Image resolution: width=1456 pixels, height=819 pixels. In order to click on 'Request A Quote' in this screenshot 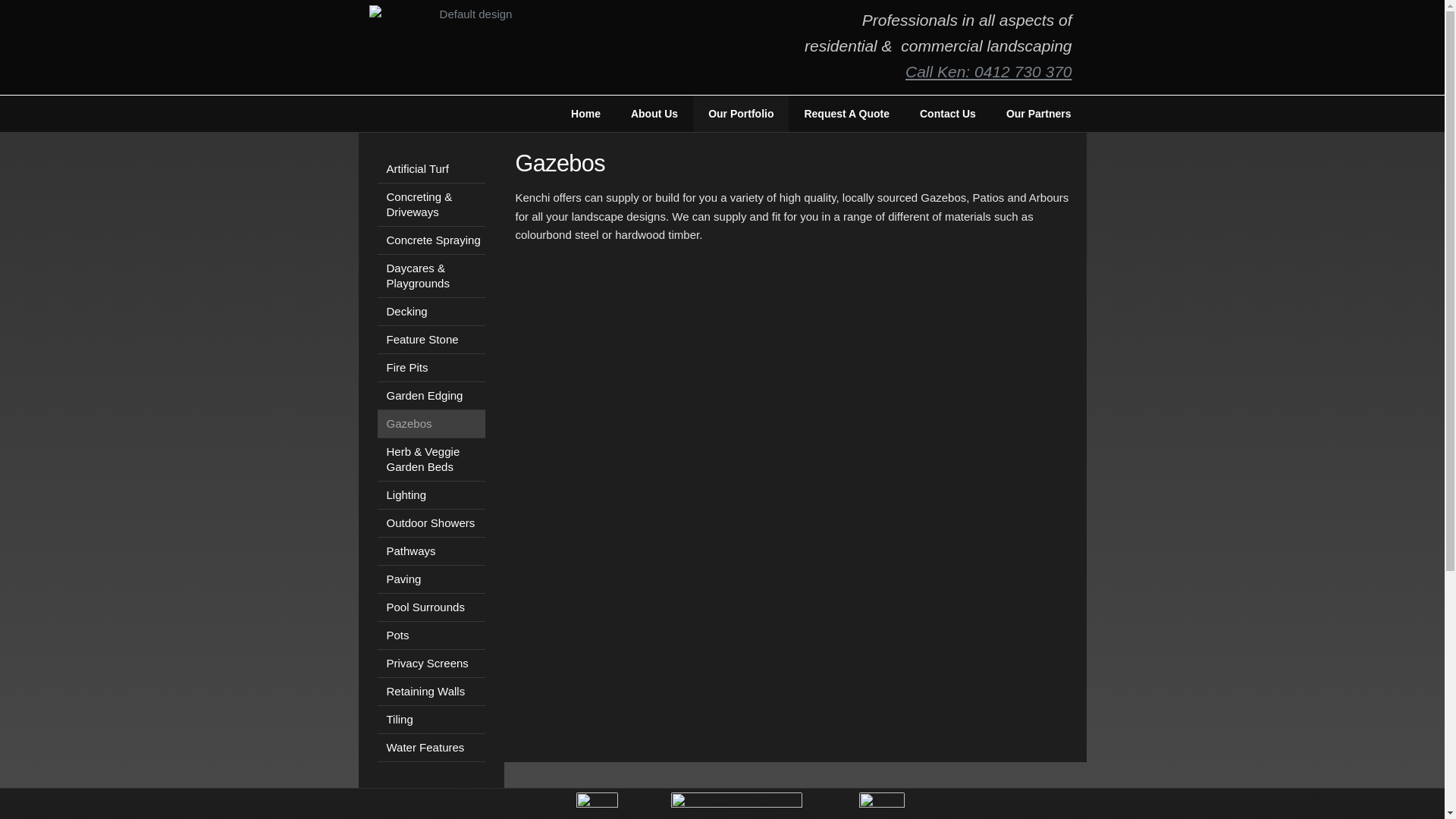, I will do `click(846, 113)`.